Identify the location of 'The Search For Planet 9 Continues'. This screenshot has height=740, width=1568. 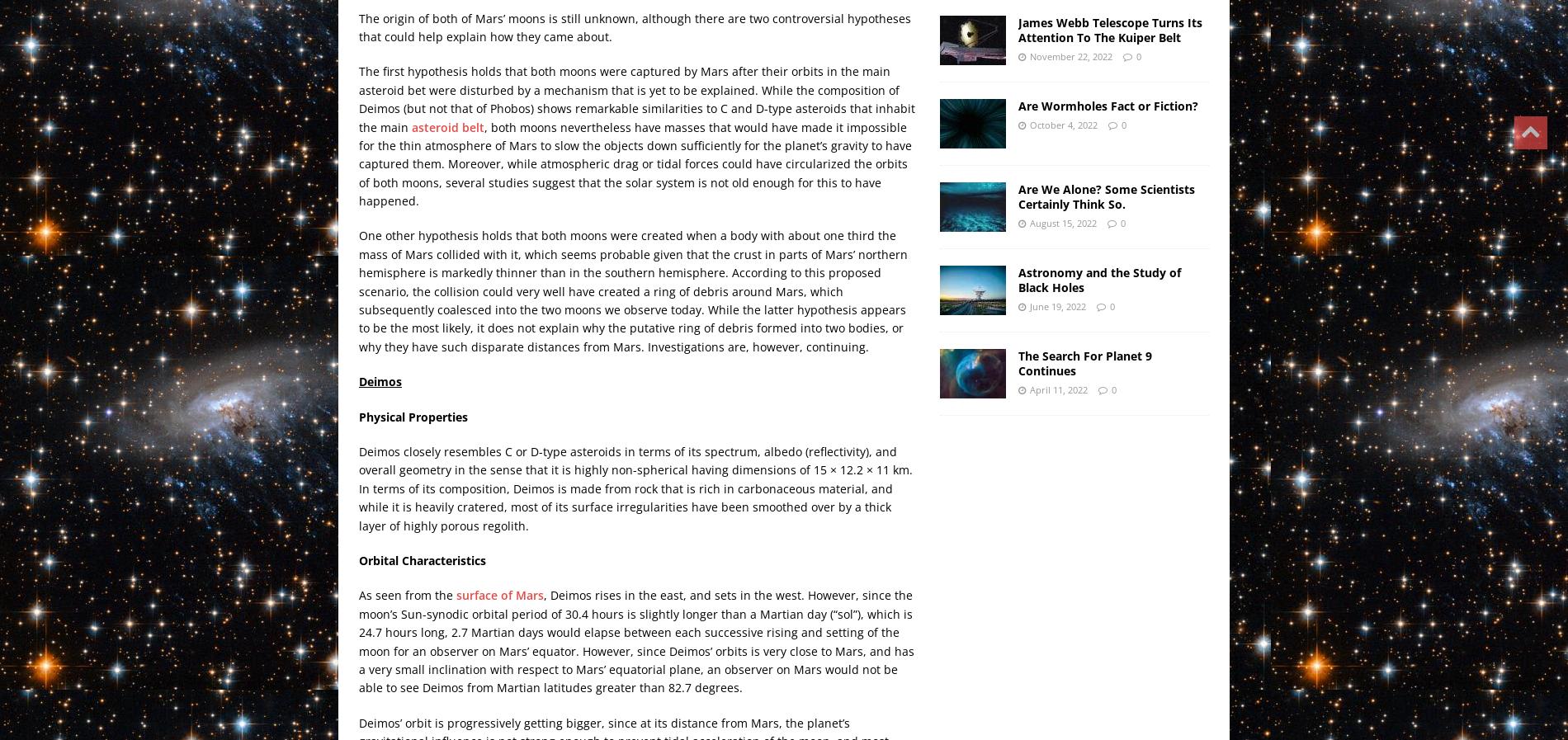
(1084, 361).